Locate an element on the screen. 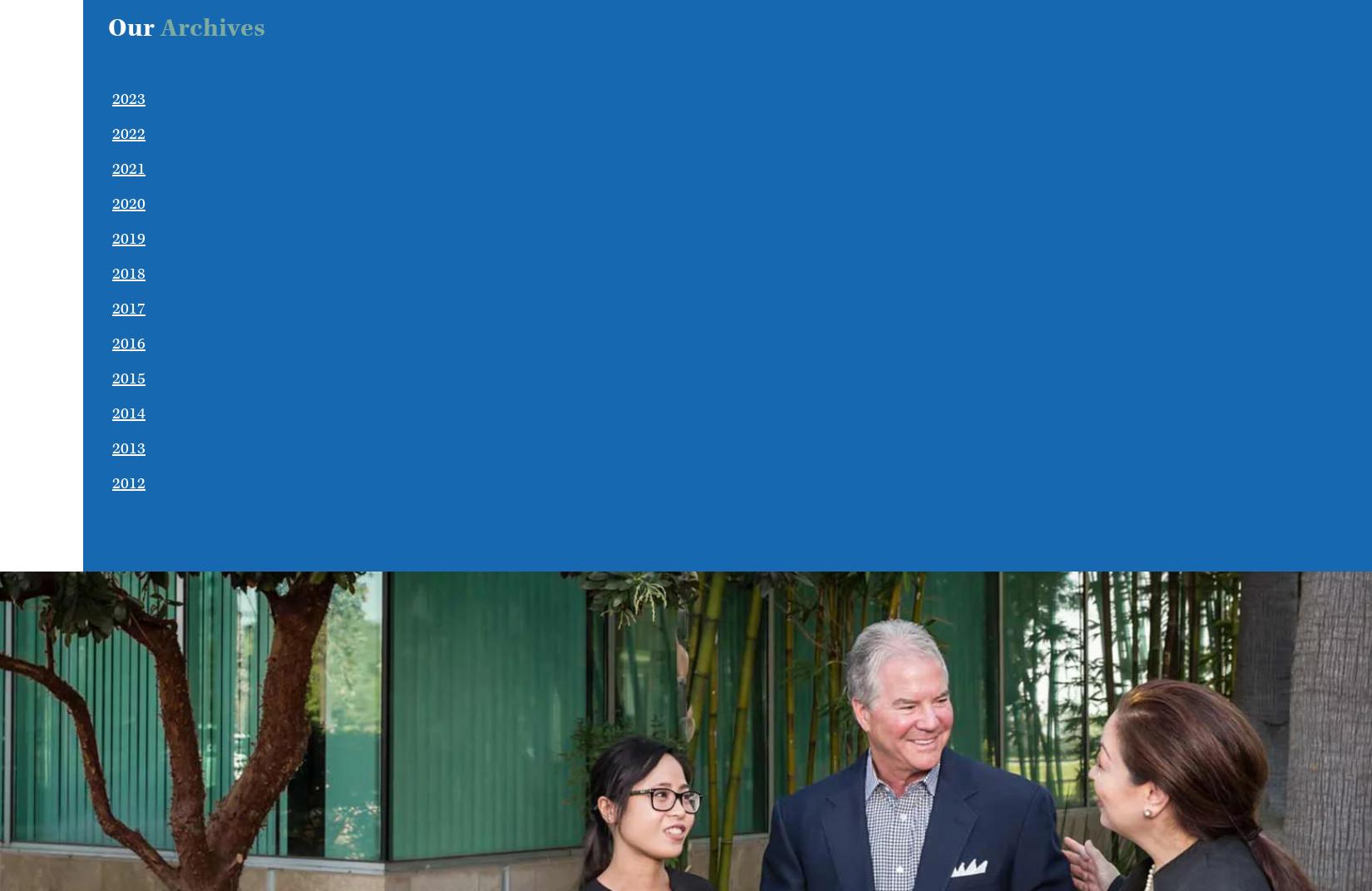  '2017' is located at coordinates (128, 308).